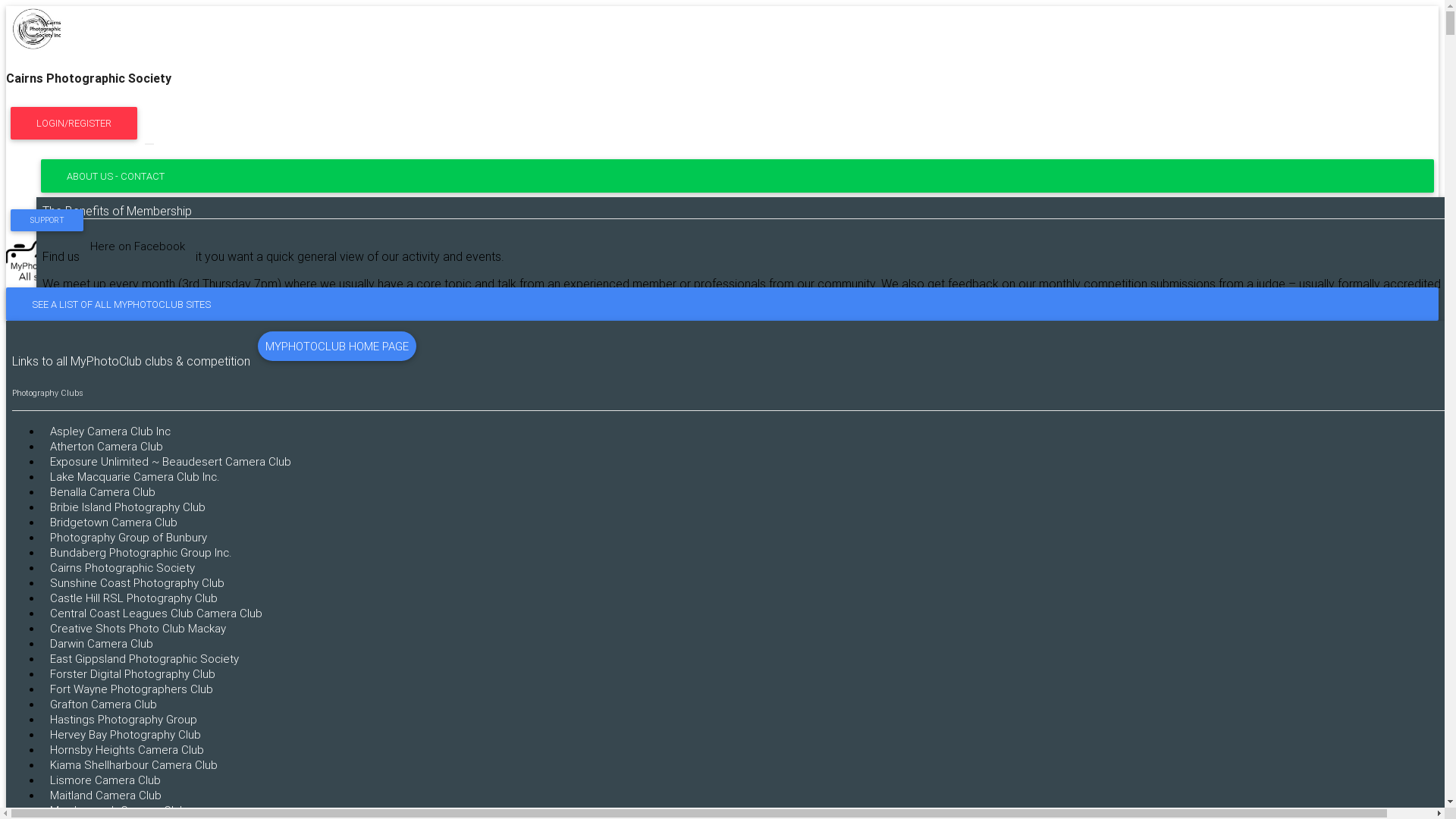  I want to click on 'Creative Shots Photo Club Mackay', so click(138, 628).